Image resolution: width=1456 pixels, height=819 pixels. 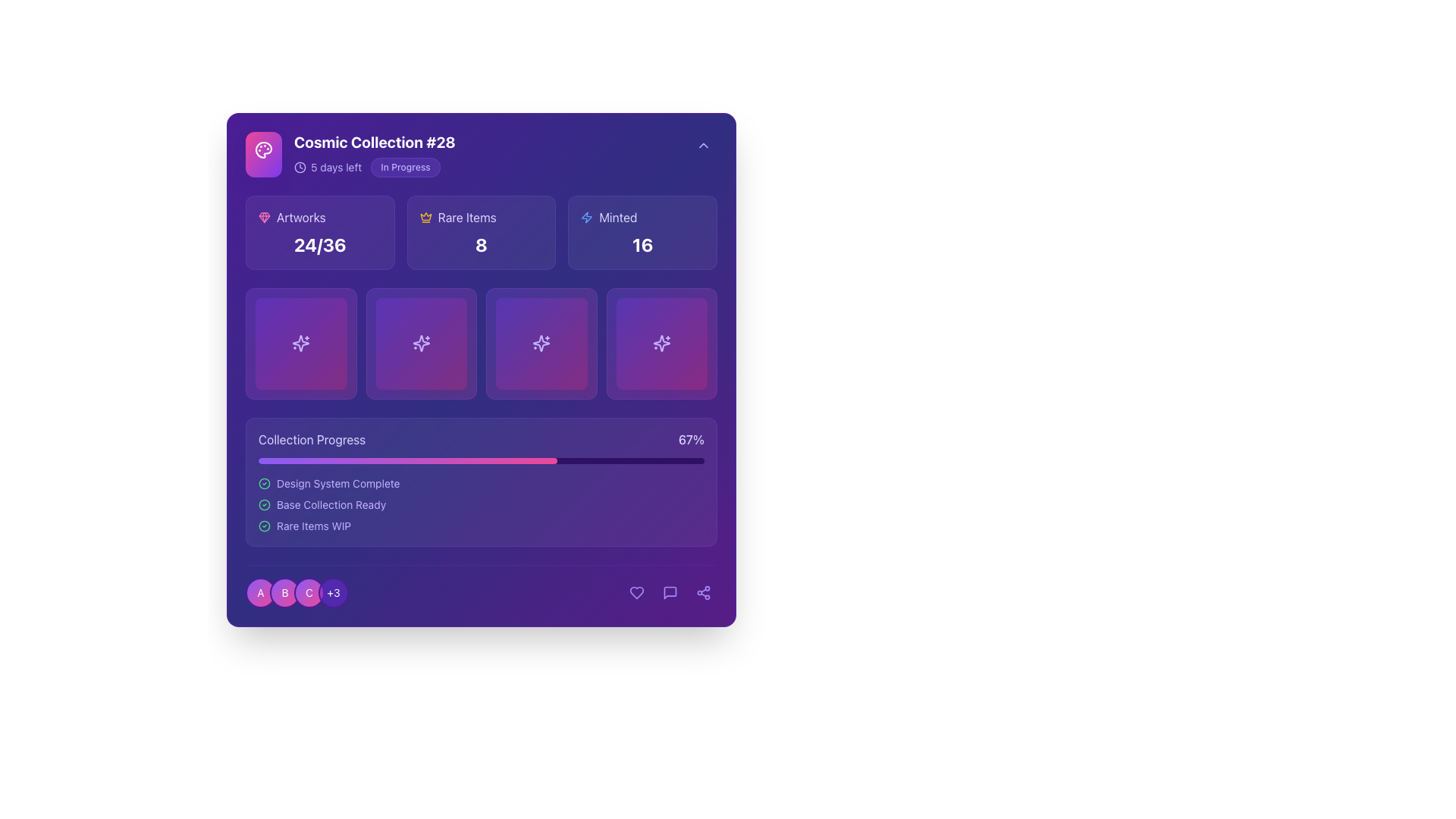 What do you see at coordinates (702, 591) in the screenshot?
I see `the sharing icon located in the bottom-right corner of the interface, which is styled as a light violet button and is the rightmost item in a row of icons` at bounding box center [702, 591].